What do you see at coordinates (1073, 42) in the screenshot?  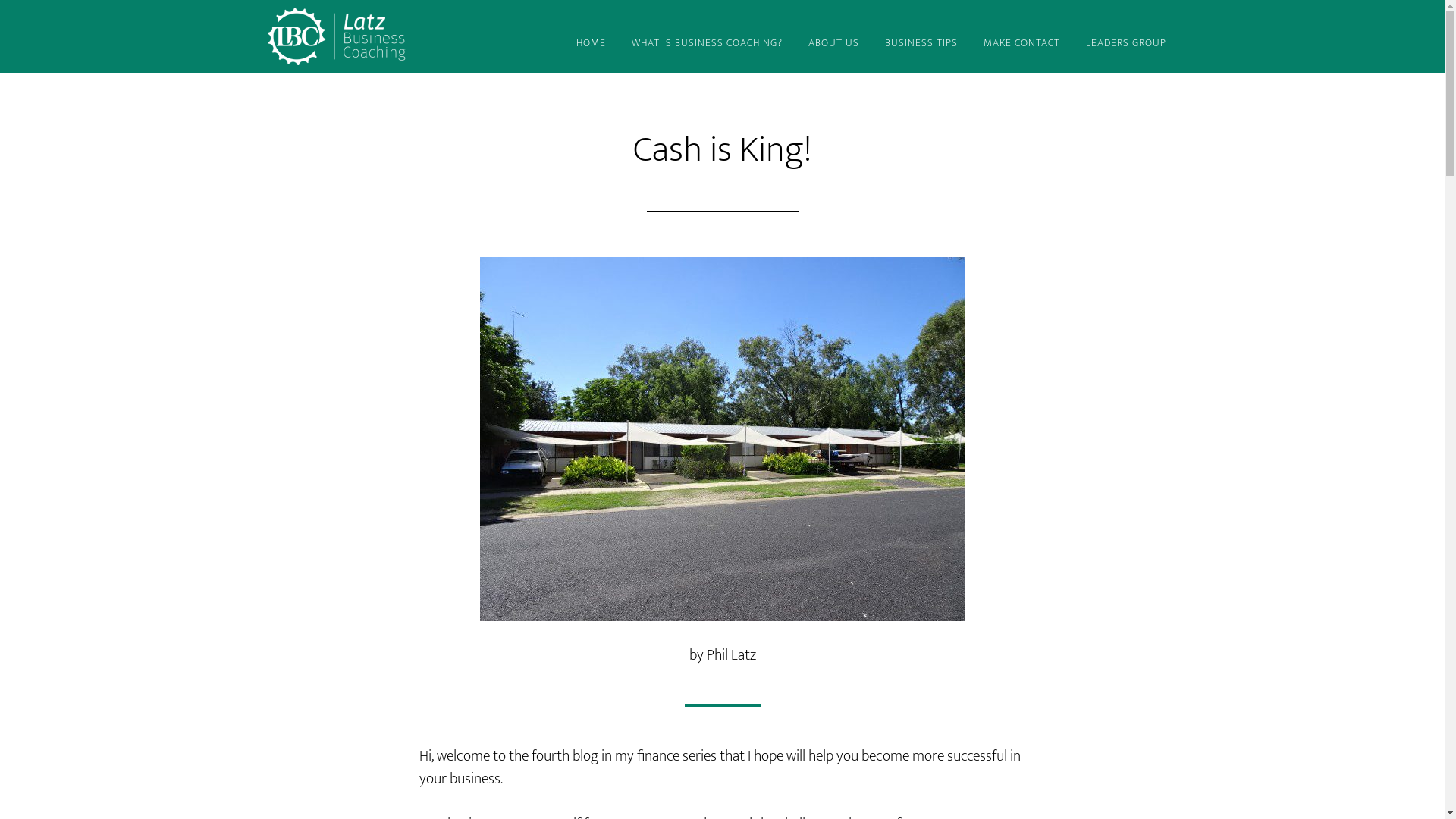 I see `'LEADERS GROUP'` at bounding box center [1073, 42].